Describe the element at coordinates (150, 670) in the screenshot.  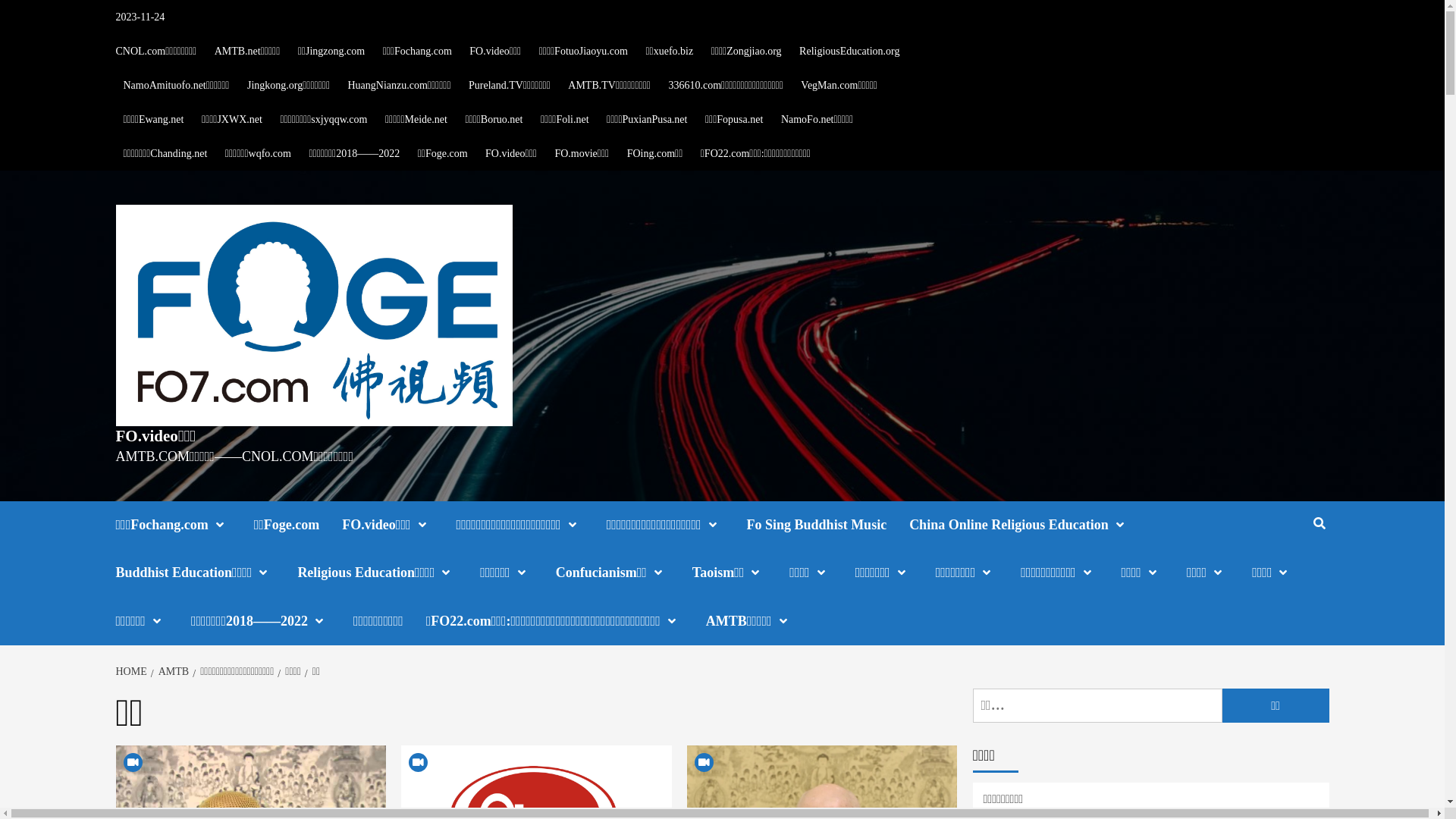
I see `'AMTB'` at that location.